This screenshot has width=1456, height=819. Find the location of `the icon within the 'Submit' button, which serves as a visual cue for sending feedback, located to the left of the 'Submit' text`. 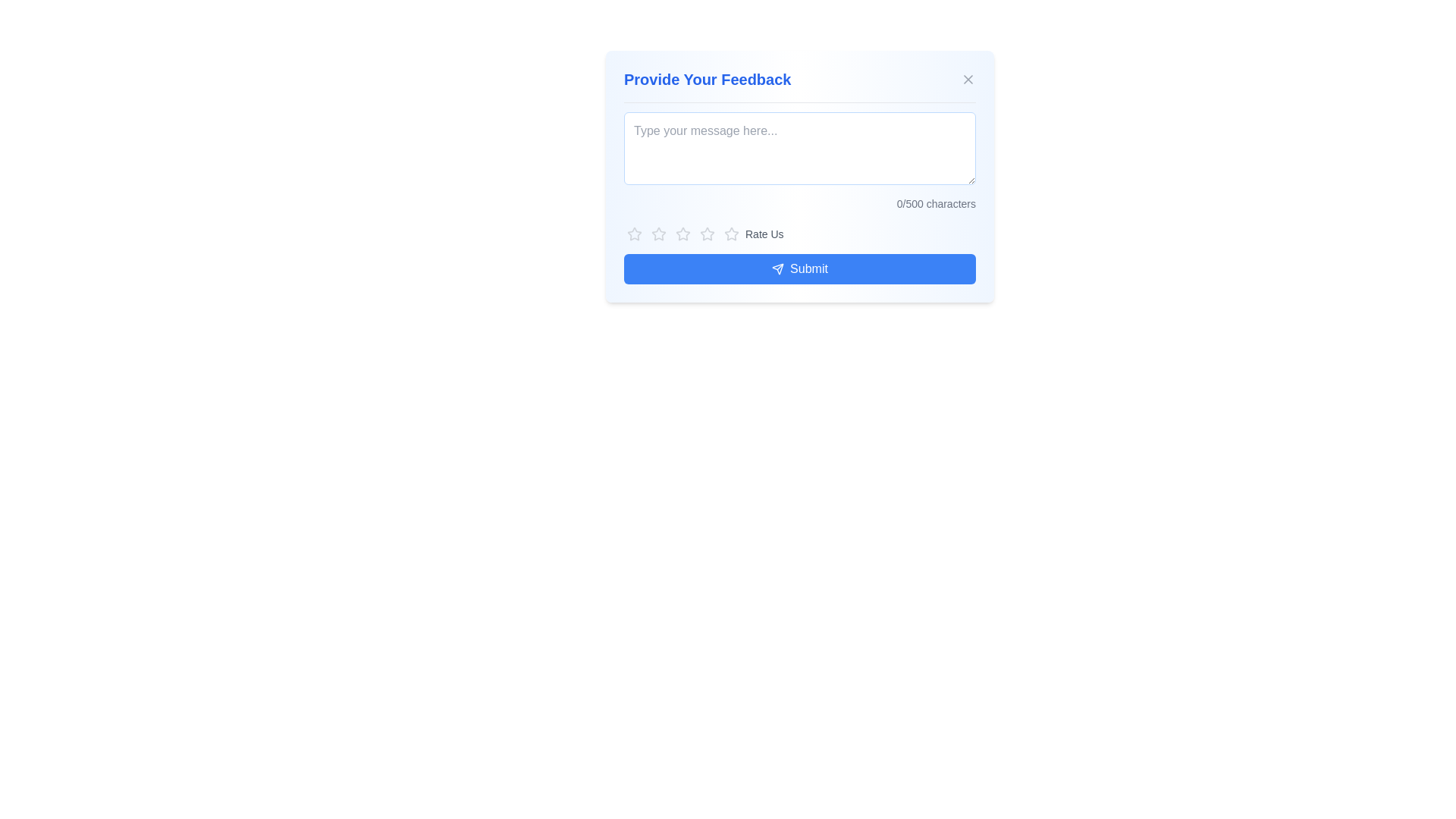

the icon within the 'Submit' button, which serves as a visual cue for sending feedback, located to the left of the 'Submit' text is located at coordinates (778, 268).